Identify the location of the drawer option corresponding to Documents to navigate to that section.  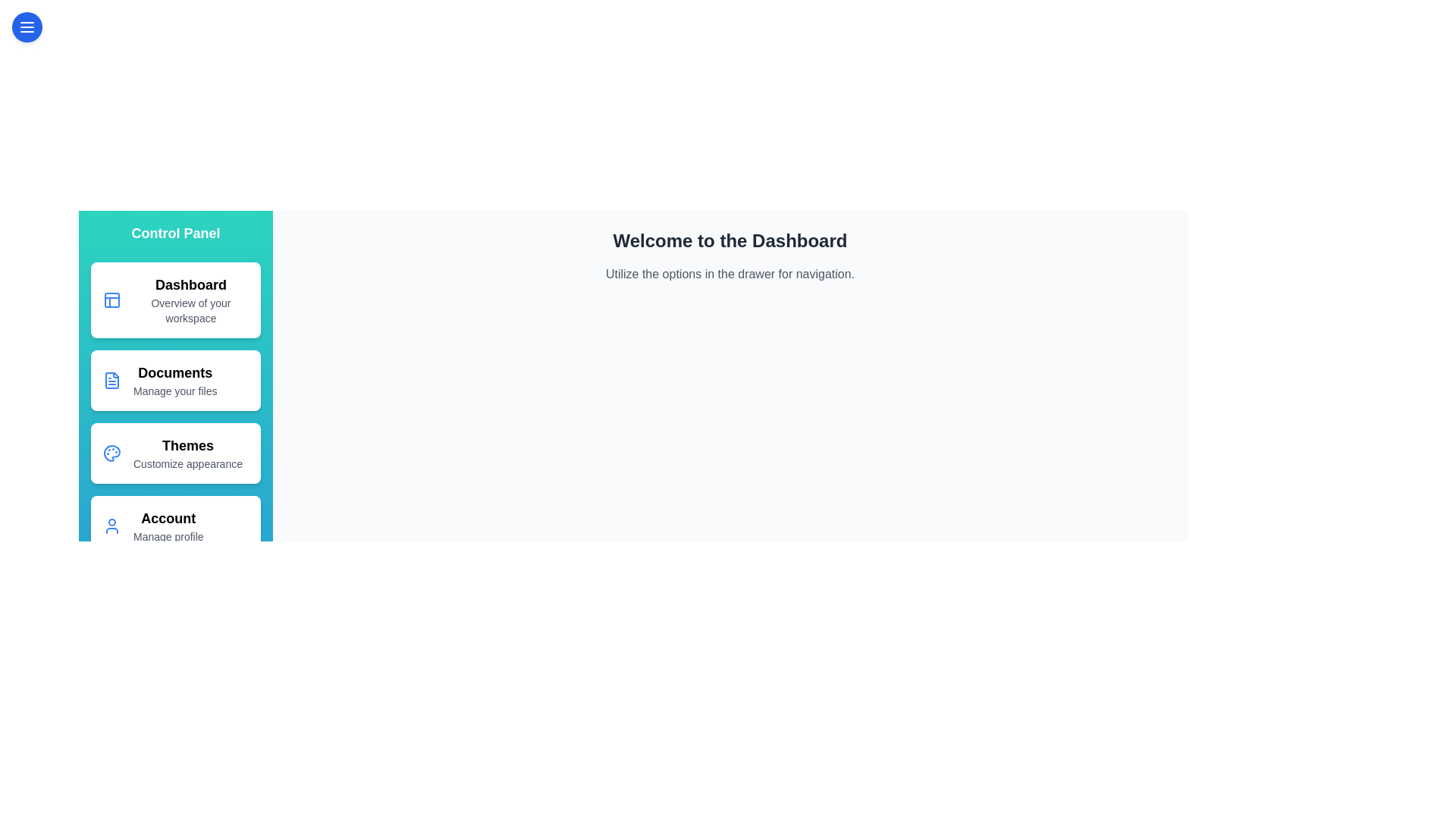
(175, 379).